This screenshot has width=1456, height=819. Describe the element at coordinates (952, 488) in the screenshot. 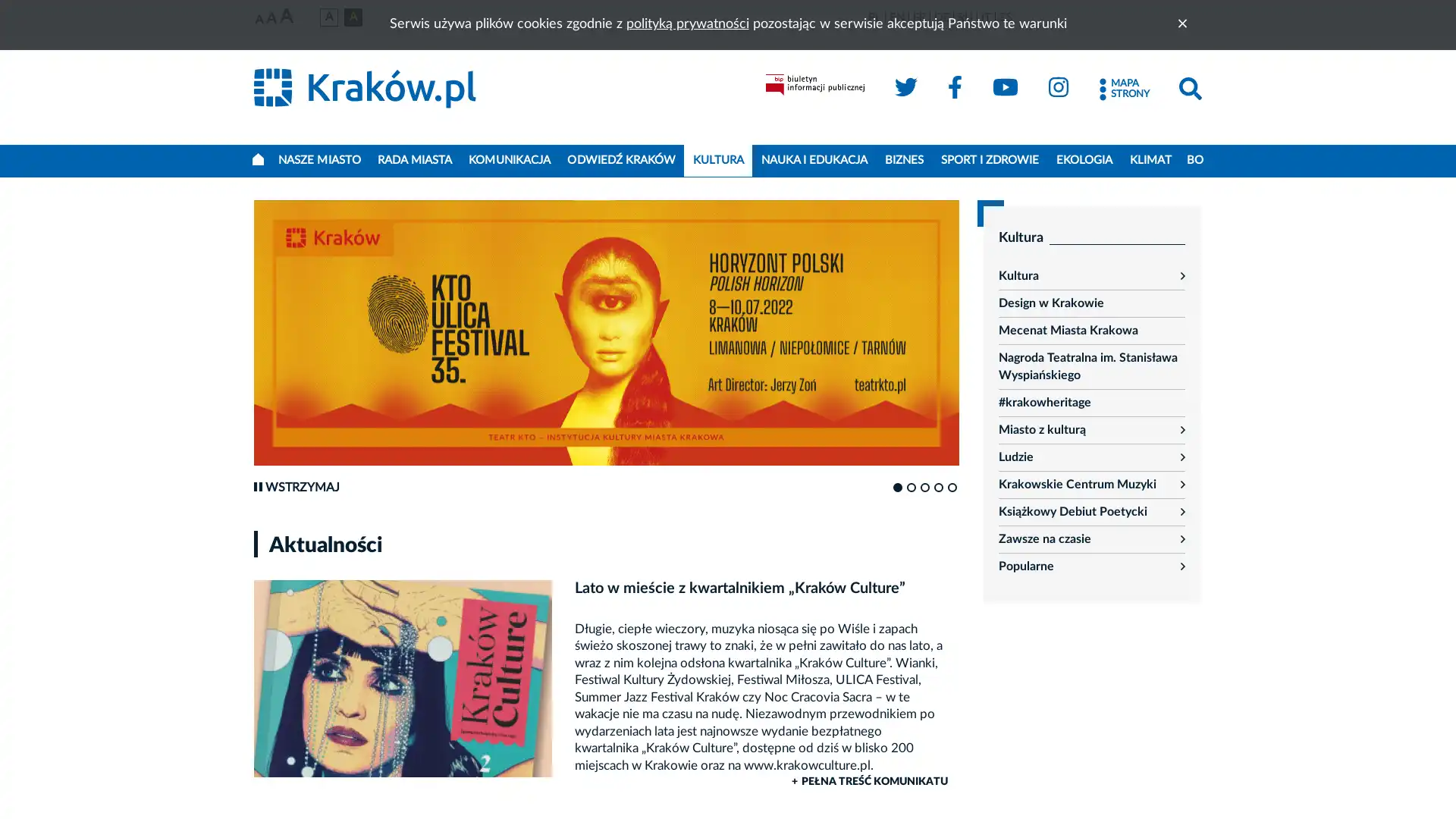

I see `Go to slide 5` at that location.